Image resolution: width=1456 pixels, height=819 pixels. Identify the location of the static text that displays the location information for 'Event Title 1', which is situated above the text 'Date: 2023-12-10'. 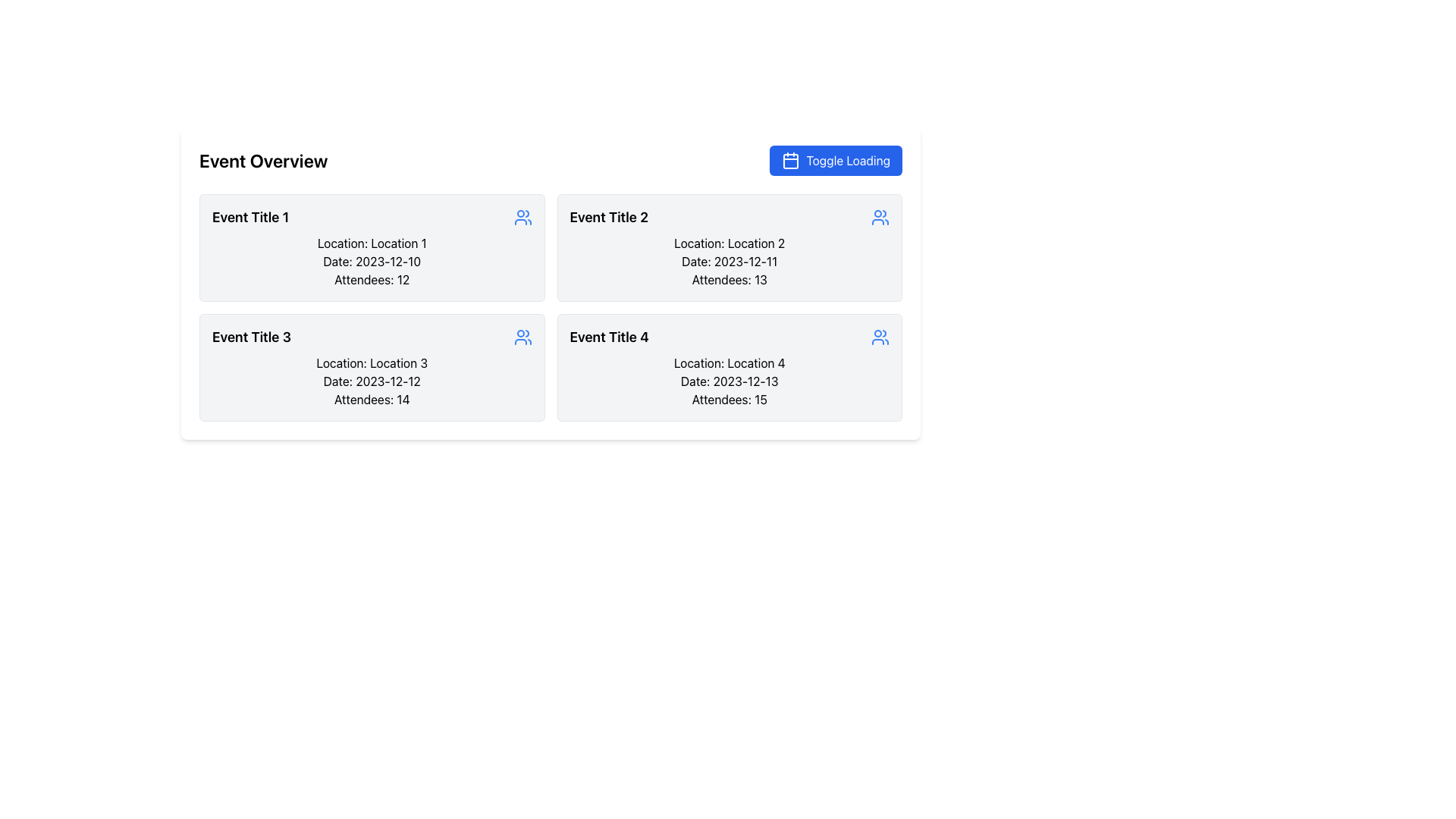
(372, 242).